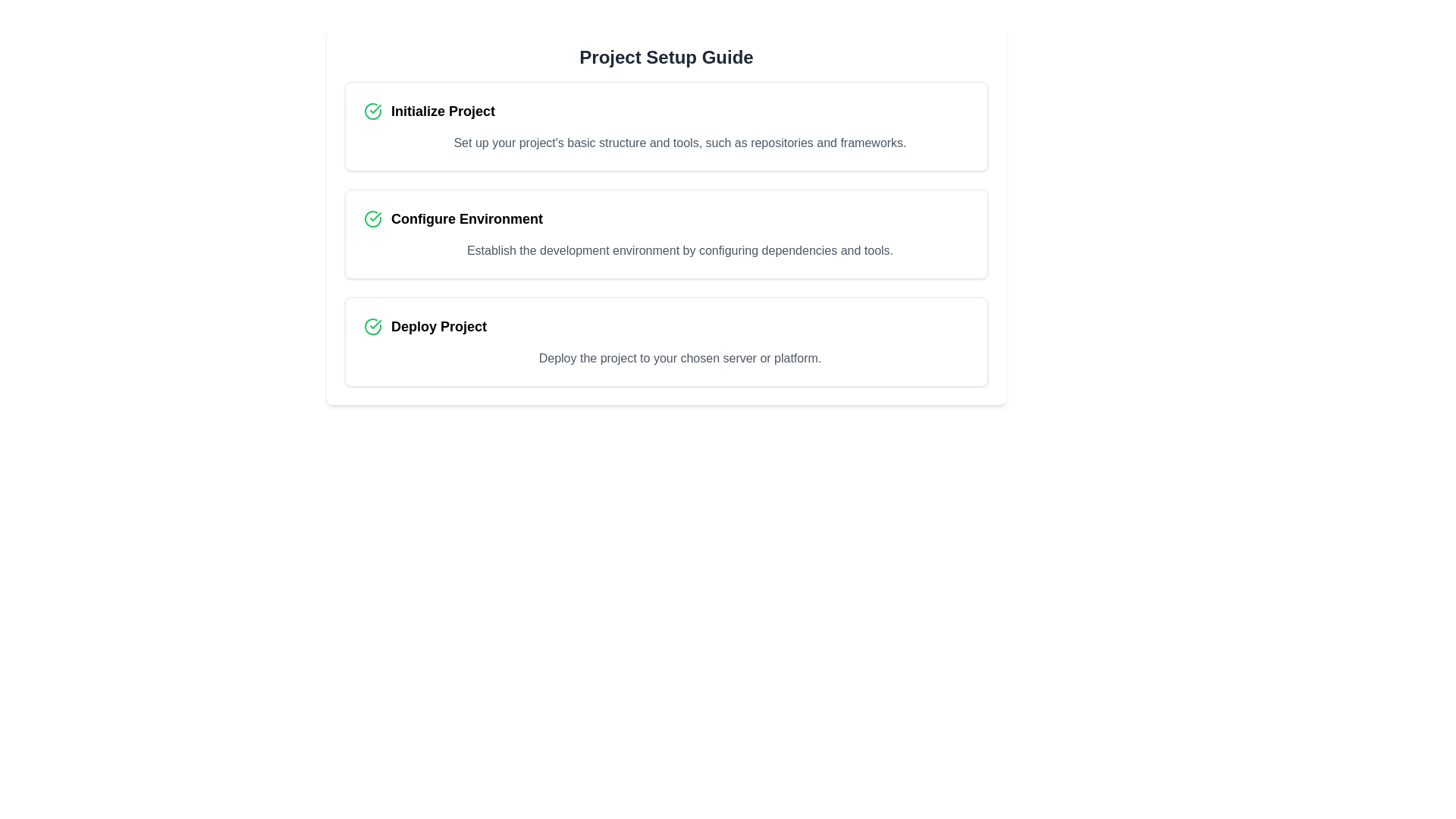 The width and height of the screenshot is (1456, 819). Describe the element at coordinates (666, 57) in the screenshot. I see `the large, bold title text 'Project Setup Guide' which is prominently displayed at the top of its containing section` at that location.